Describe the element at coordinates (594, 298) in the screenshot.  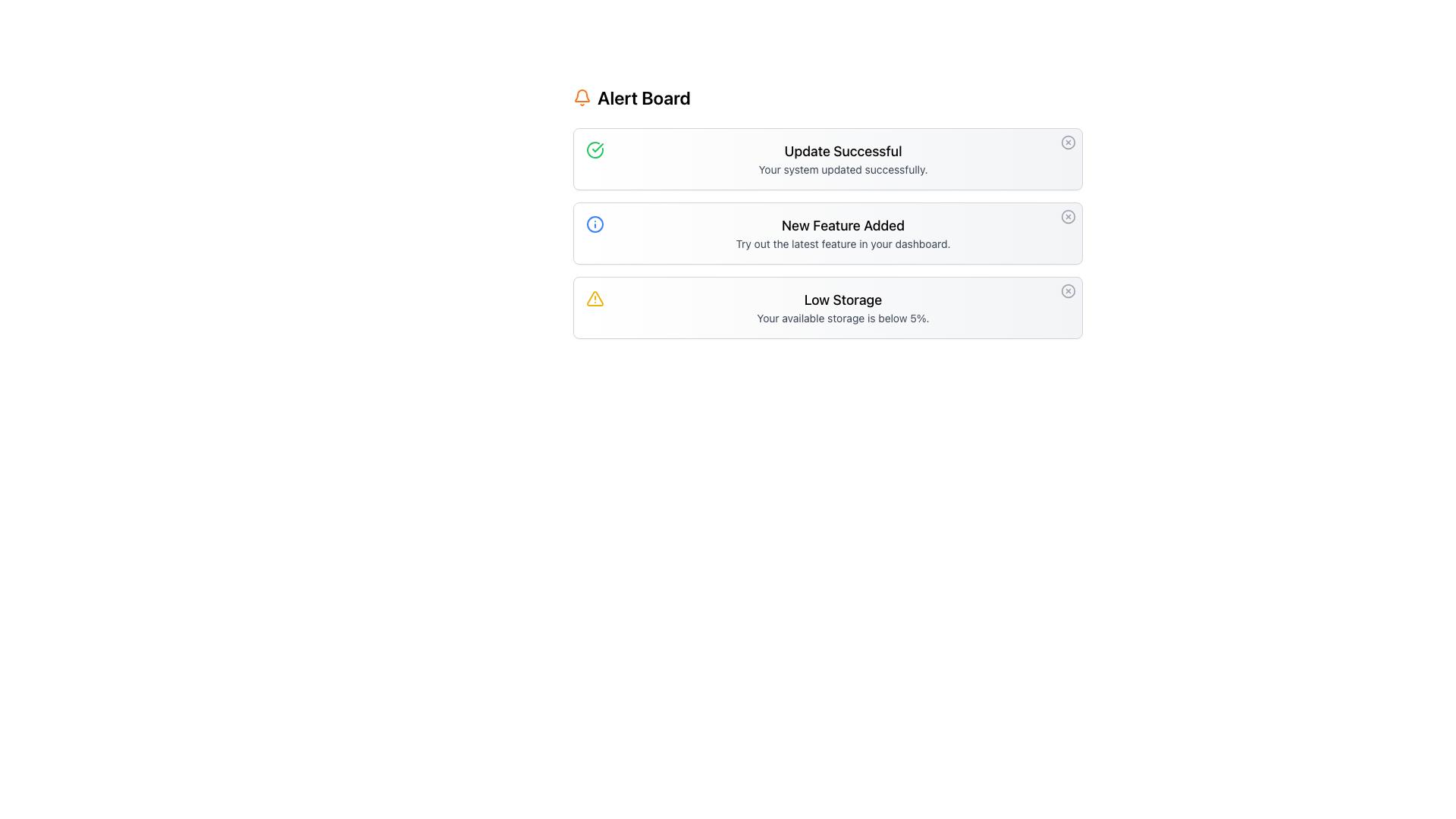
I see `the warning icon indicating 'Low Storage' located in the third card of the 'Alert Board' section` at that location.